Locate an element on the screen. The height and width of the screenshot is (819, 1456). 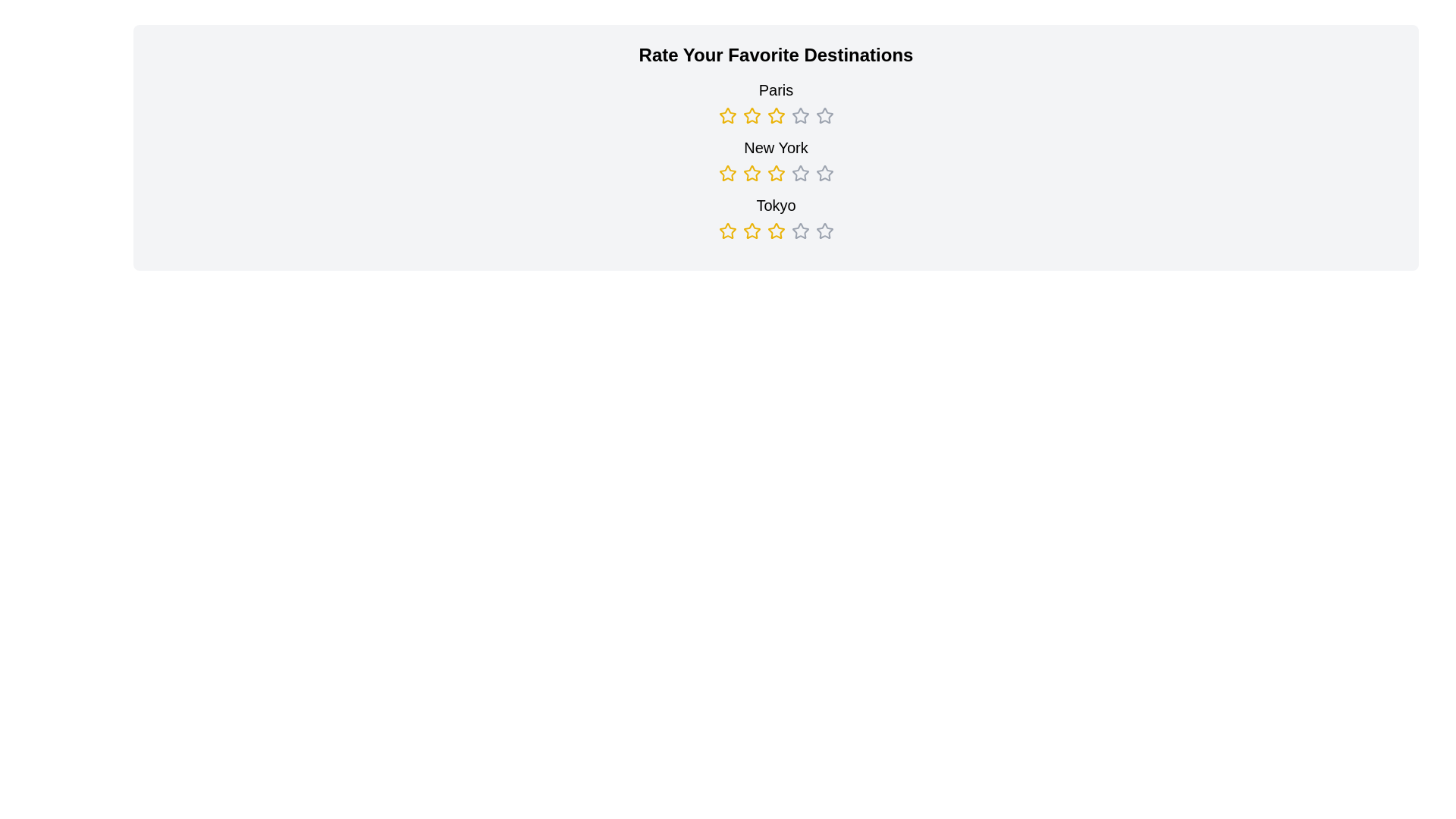
the second yellow star icon in the rating system next to the text 'Paris' is located at coordinates (752, 115).